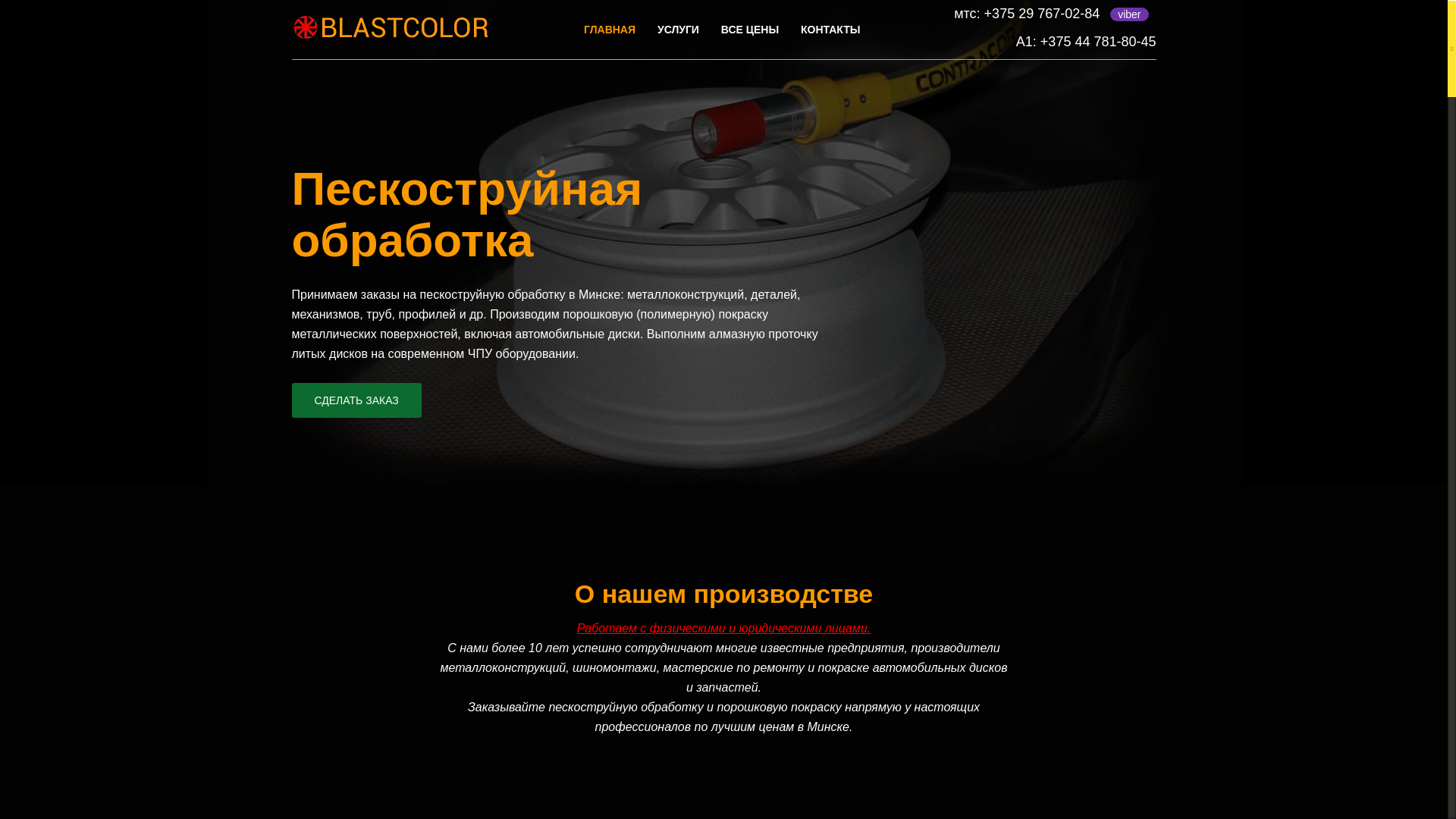  What do you see at coordinates (1128, 14) in the screenshot?
I see `'viber'` at bounding box center [1128, 14].